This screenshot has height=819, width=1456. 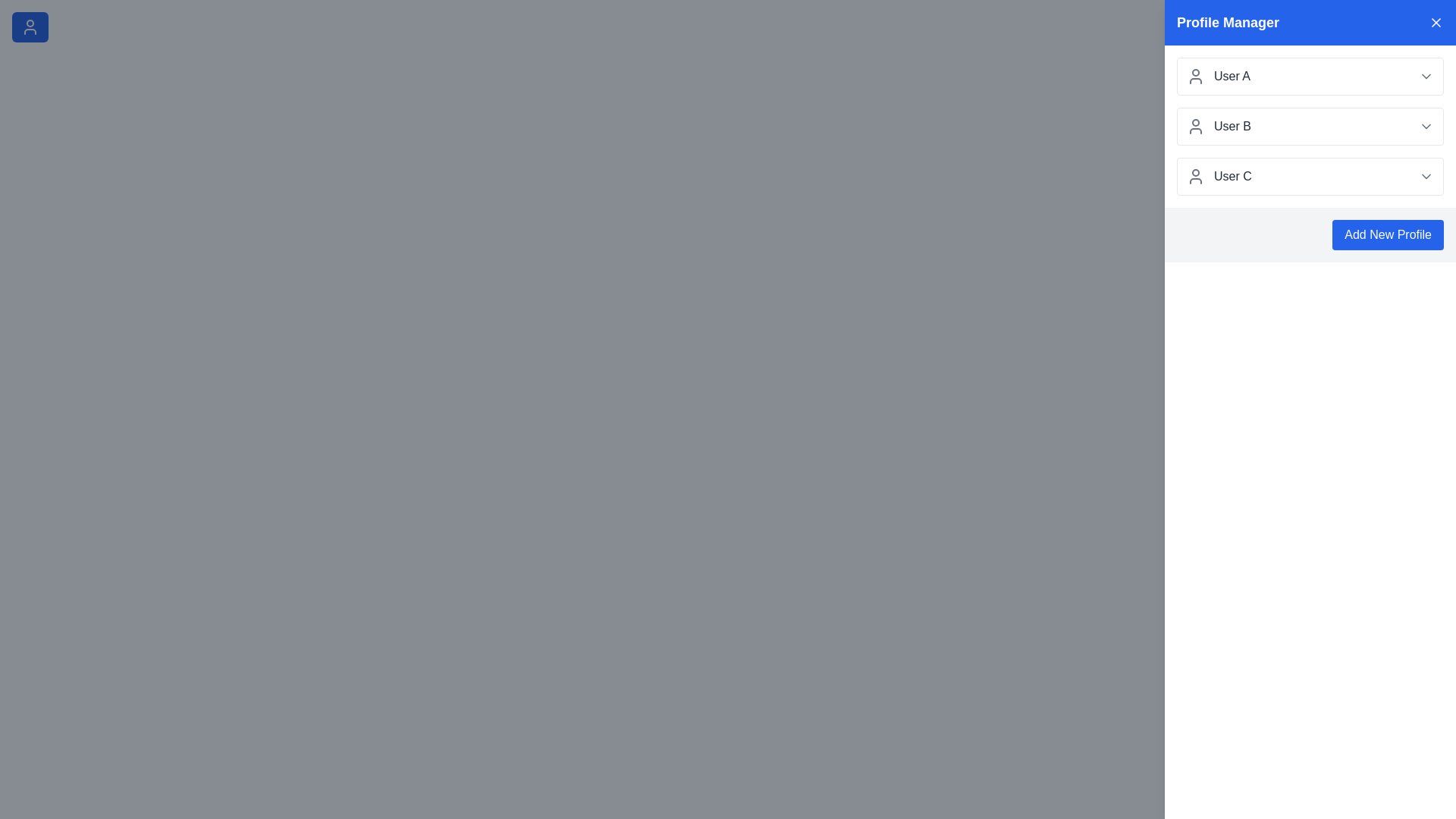 What do you see at coordinates (1195, 76) in the screenshot?
I see `the user icon element, which is a gray icon representing a user, located to the left of the text label 'User A' in the Profile Manager list` at bounding box center [1195, 76].